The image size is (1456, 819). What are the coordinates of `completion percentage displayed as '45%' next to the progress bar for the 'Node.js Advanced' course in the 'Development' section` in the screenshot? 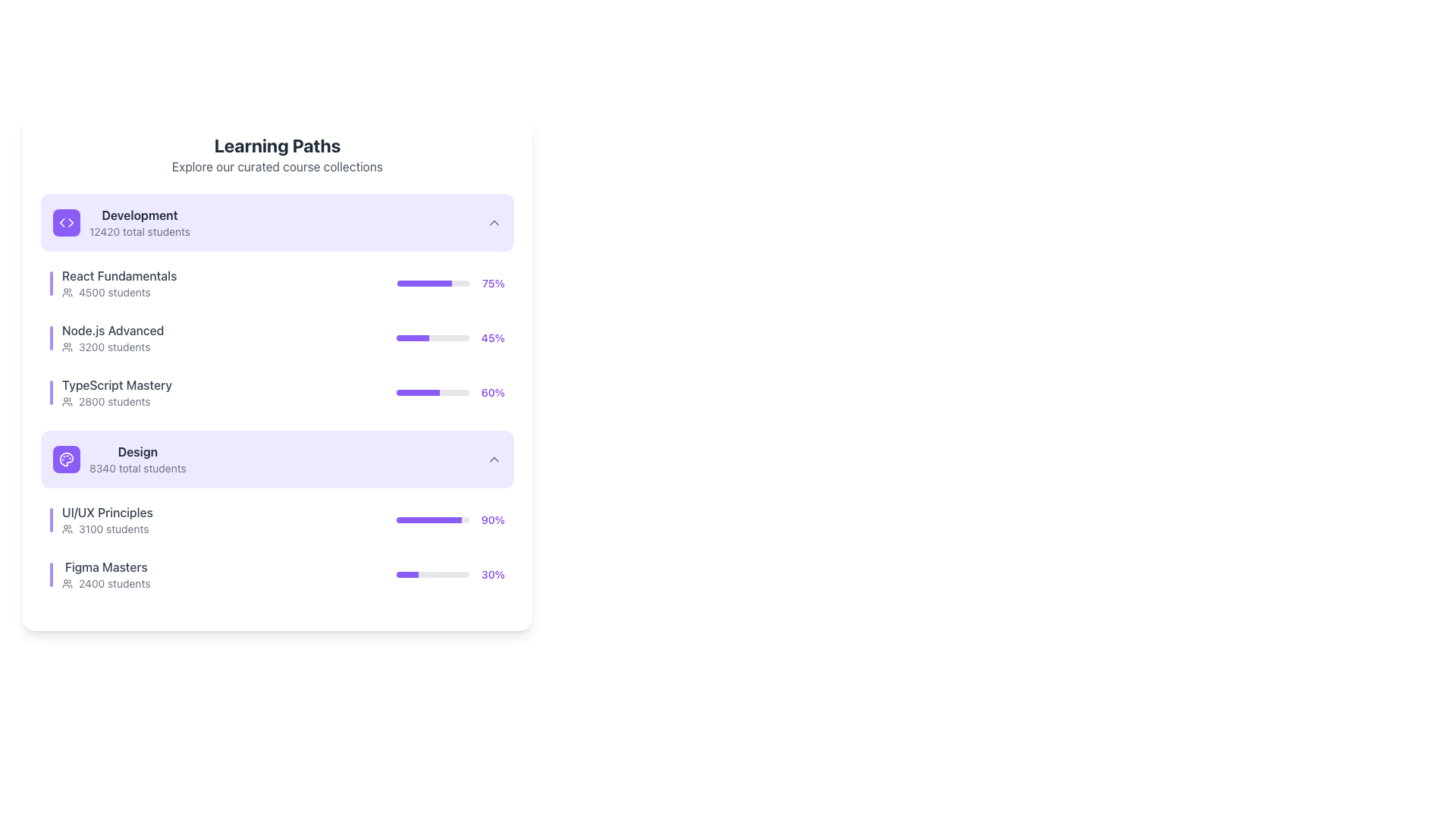 It's located at (493, 337).